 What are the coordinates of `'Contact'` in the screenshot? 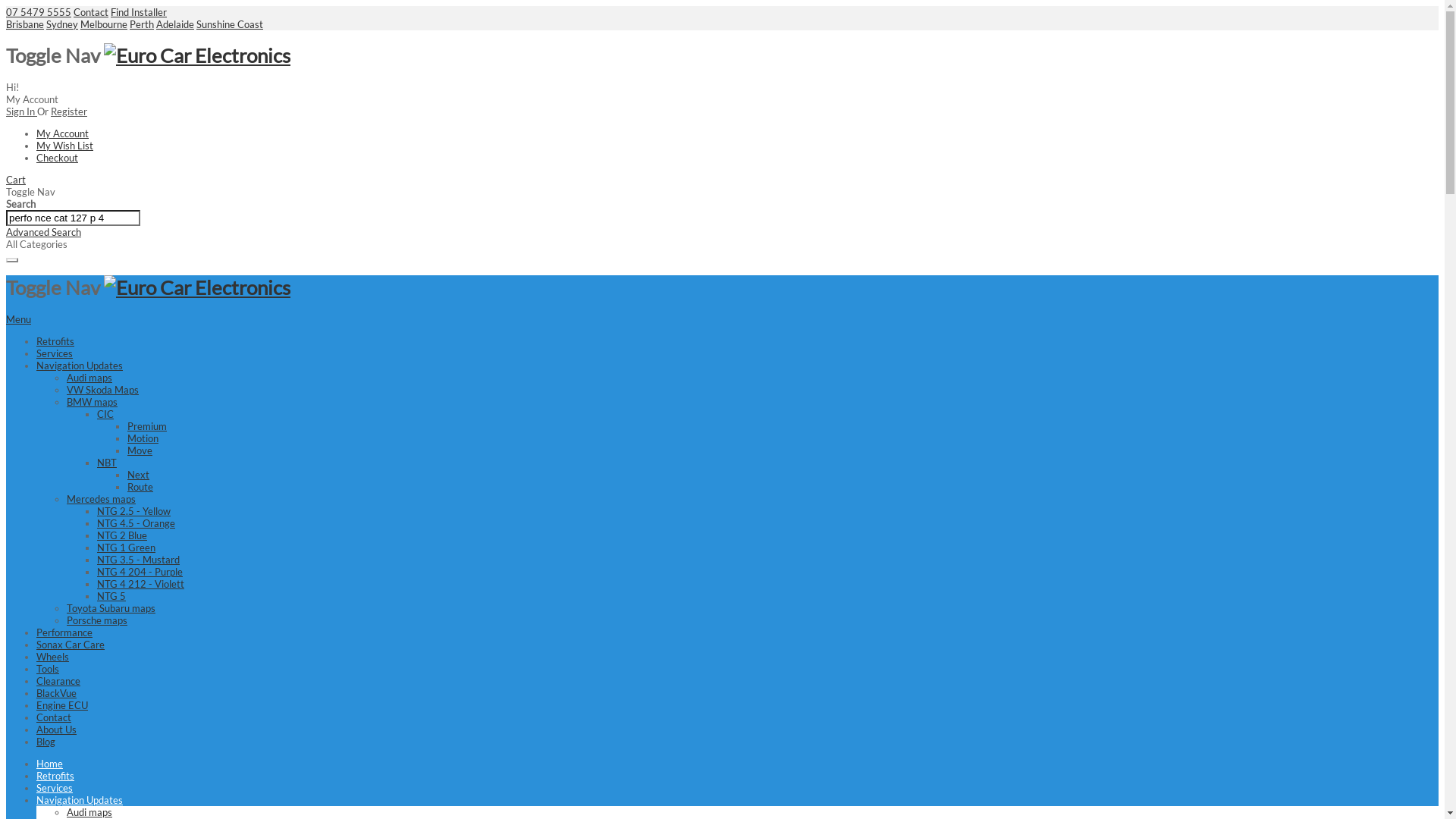 It's located at (54, 717).